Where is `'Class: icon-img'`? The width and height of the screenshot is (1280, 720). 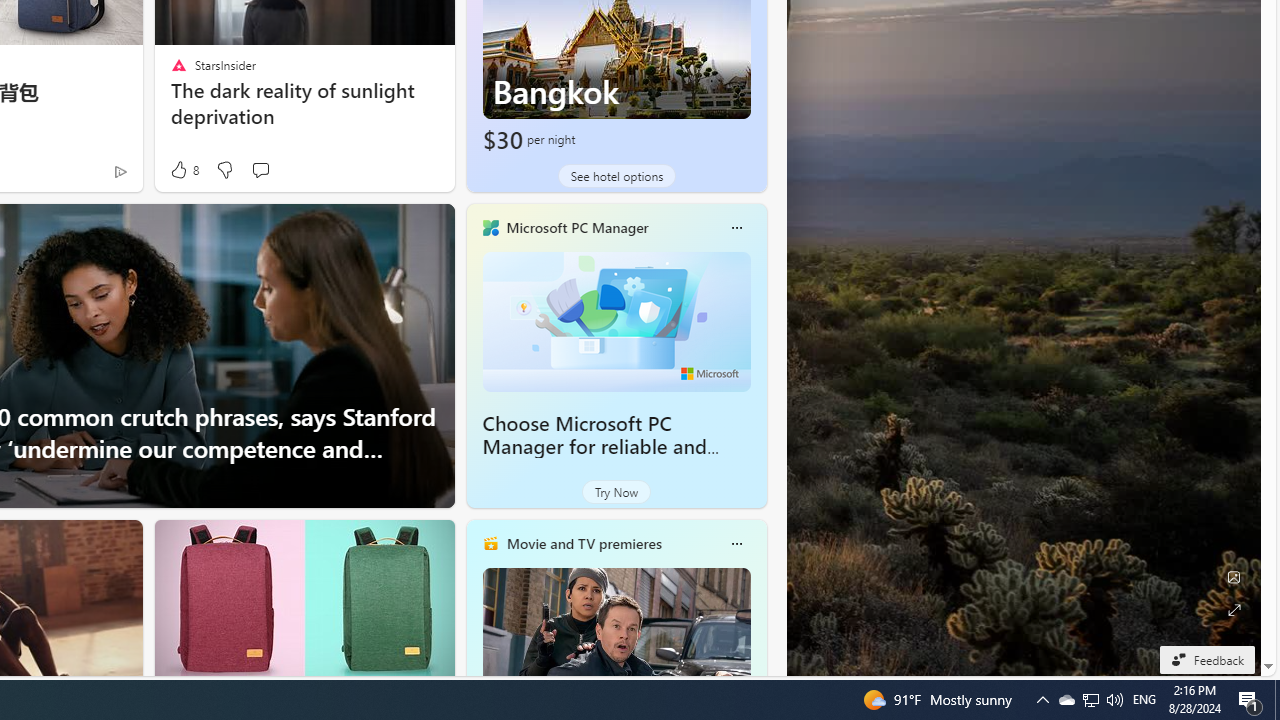 'Class: icon-img' is located at coordinates (735, 543).